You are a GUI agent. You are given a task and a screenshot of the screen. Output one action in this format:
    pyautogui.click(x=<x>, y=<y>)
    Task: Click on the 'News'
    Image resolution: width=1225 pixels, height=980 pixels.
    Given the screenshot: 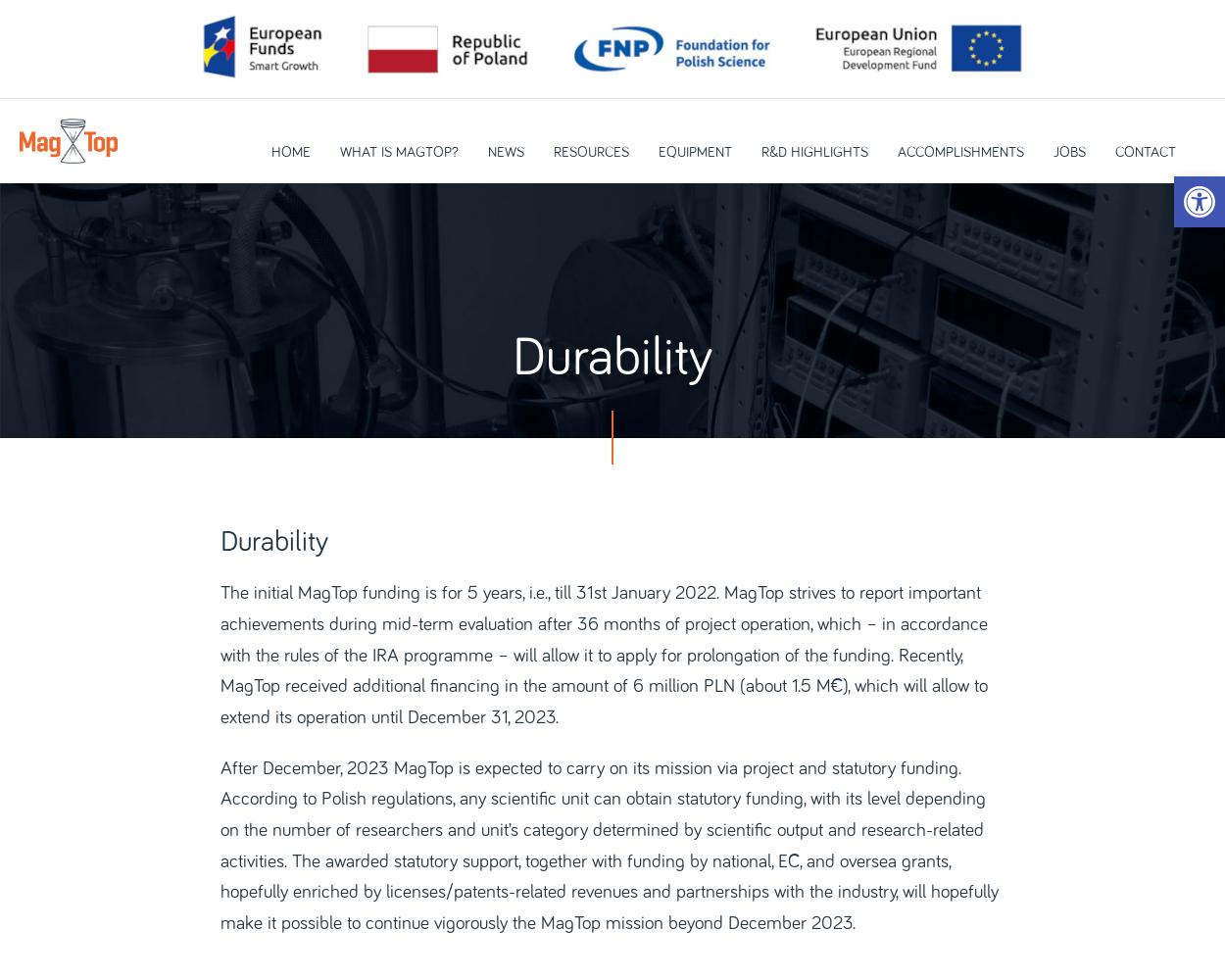 What is the action you would take?
    pyautogui.click(x=505, y=152)
    